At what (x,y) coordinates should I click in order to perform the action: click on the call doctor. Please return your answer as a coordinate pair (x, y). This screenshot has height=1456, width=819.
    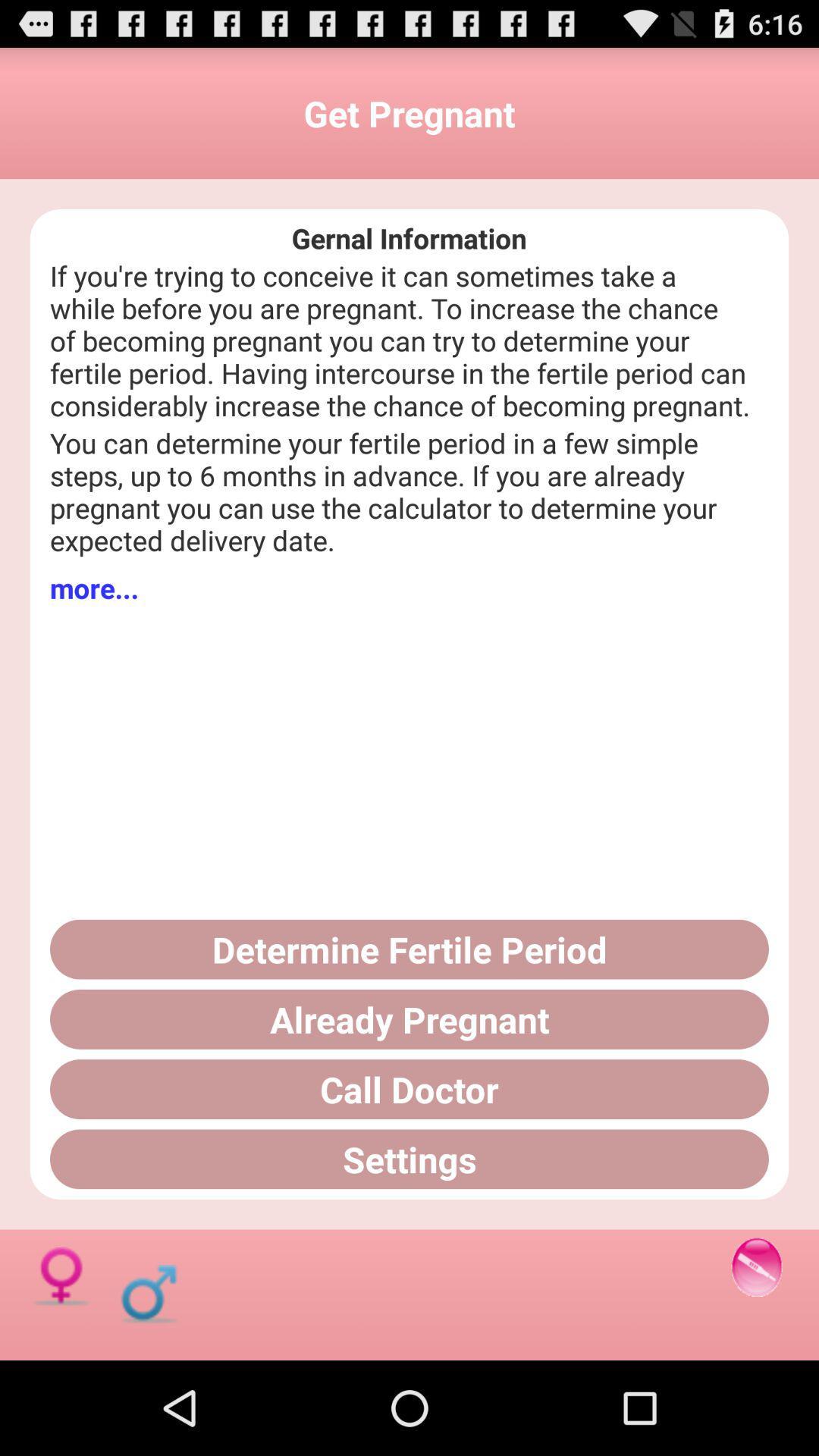
    Looking at the image, I should click on (409, 1088).